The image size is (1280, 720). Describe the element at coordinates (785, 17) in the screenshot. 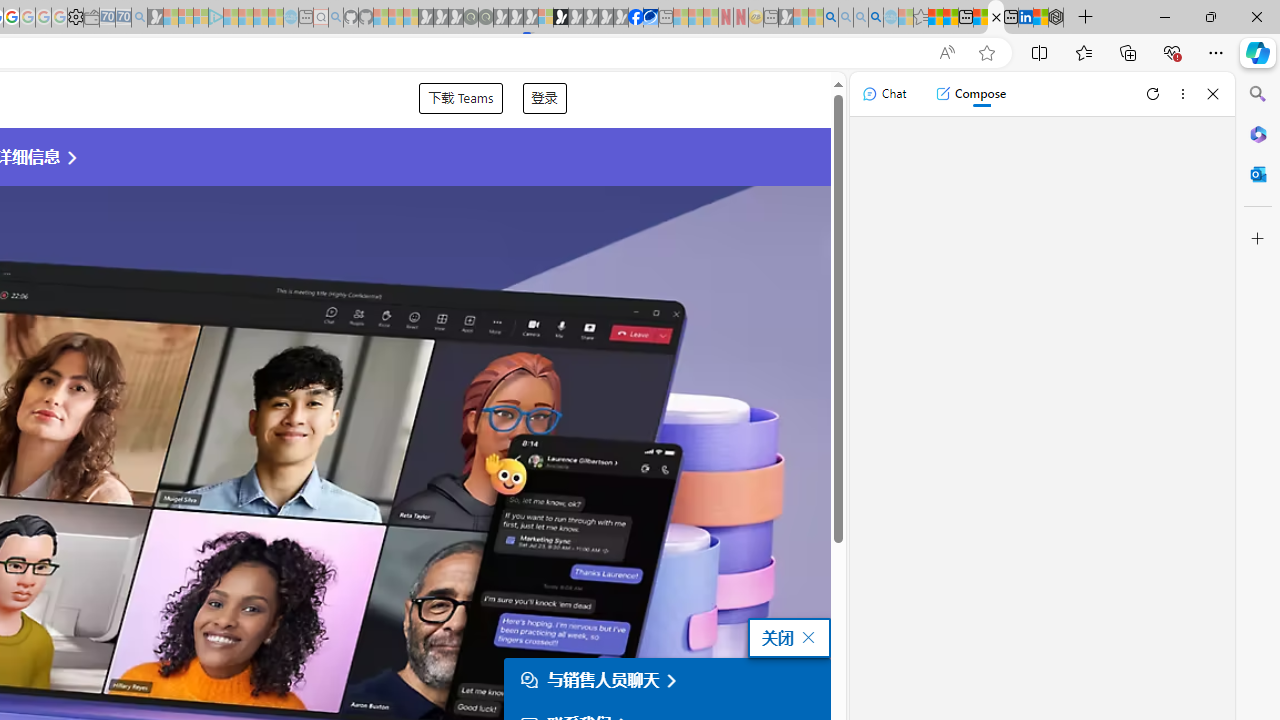

I see `'MSN - Sleeping'` at that location.